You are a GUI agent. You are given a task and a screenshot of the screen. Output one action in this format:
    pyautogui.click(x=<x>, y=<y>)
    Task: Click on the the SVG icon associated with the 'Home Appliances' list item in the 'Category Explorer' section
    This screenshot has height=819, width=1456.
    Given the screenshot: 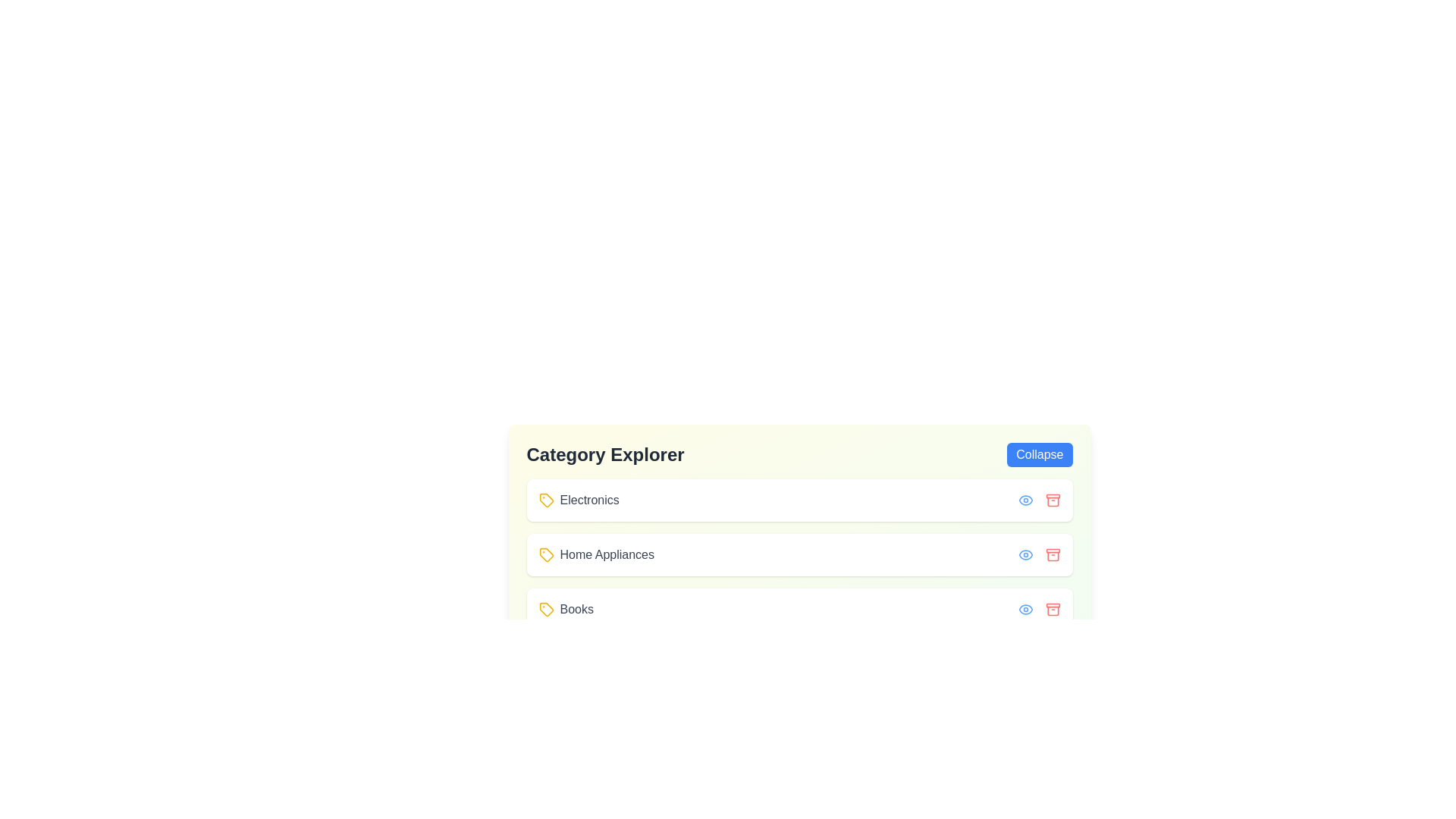 What is the action you would take?
    pyautogui.click(x=1025, y=555)
    